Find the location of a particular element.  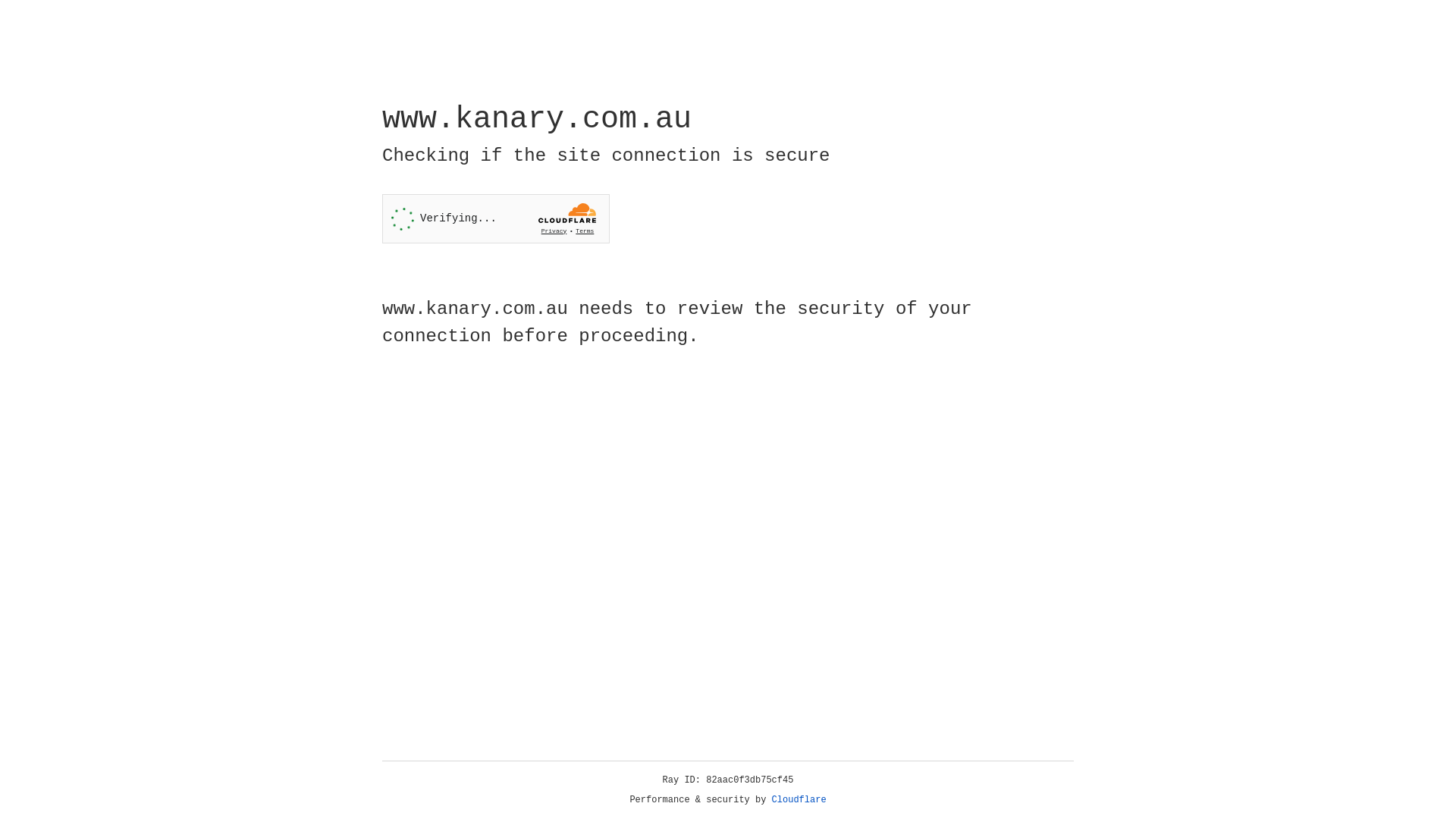

'Widget containing a Cloudflare security challenge' is located at coordinates (495, 218).